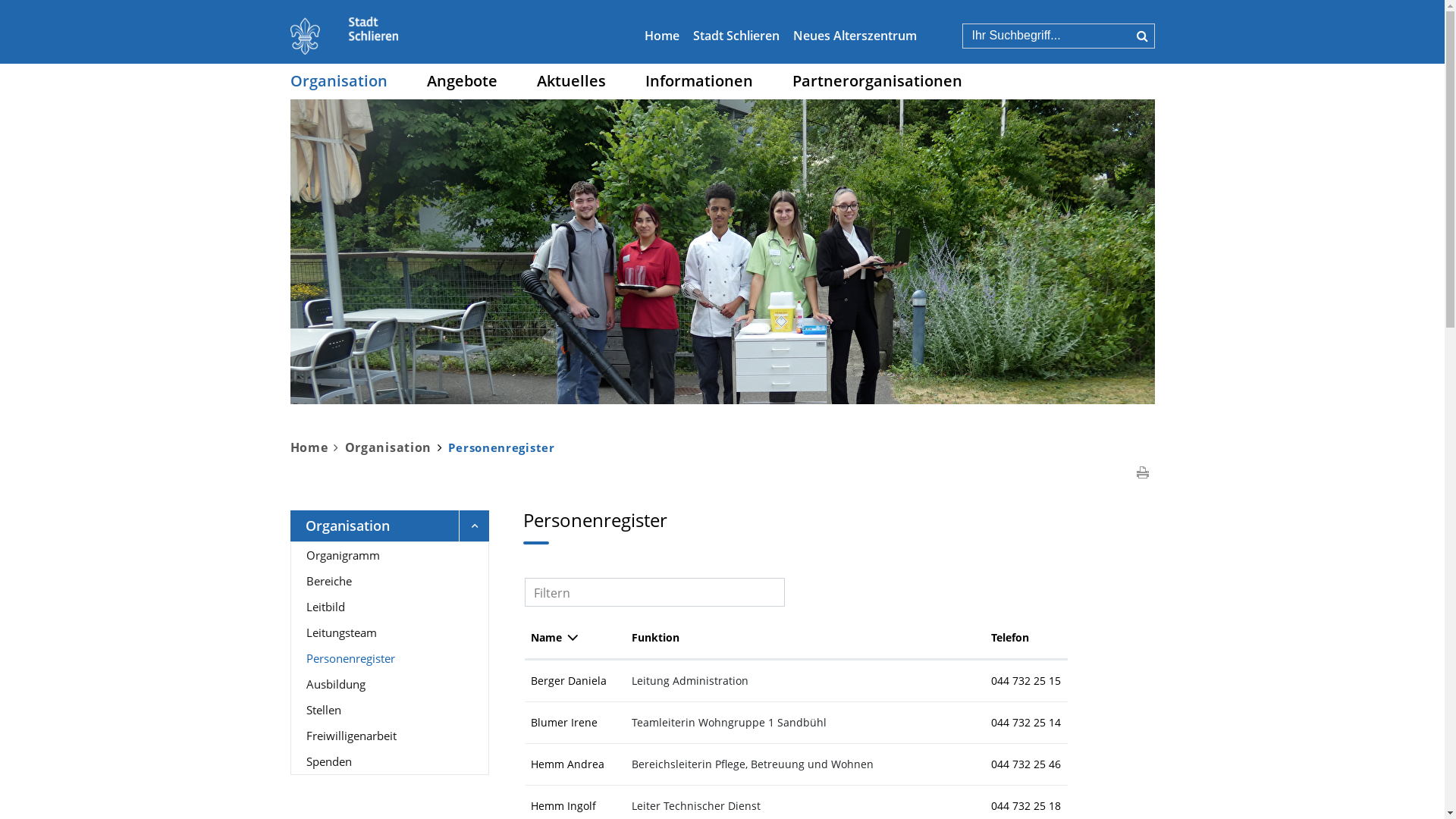 This screenshot has width=1456, height=819. I want to click on 'Stellen', so click(291, 710).